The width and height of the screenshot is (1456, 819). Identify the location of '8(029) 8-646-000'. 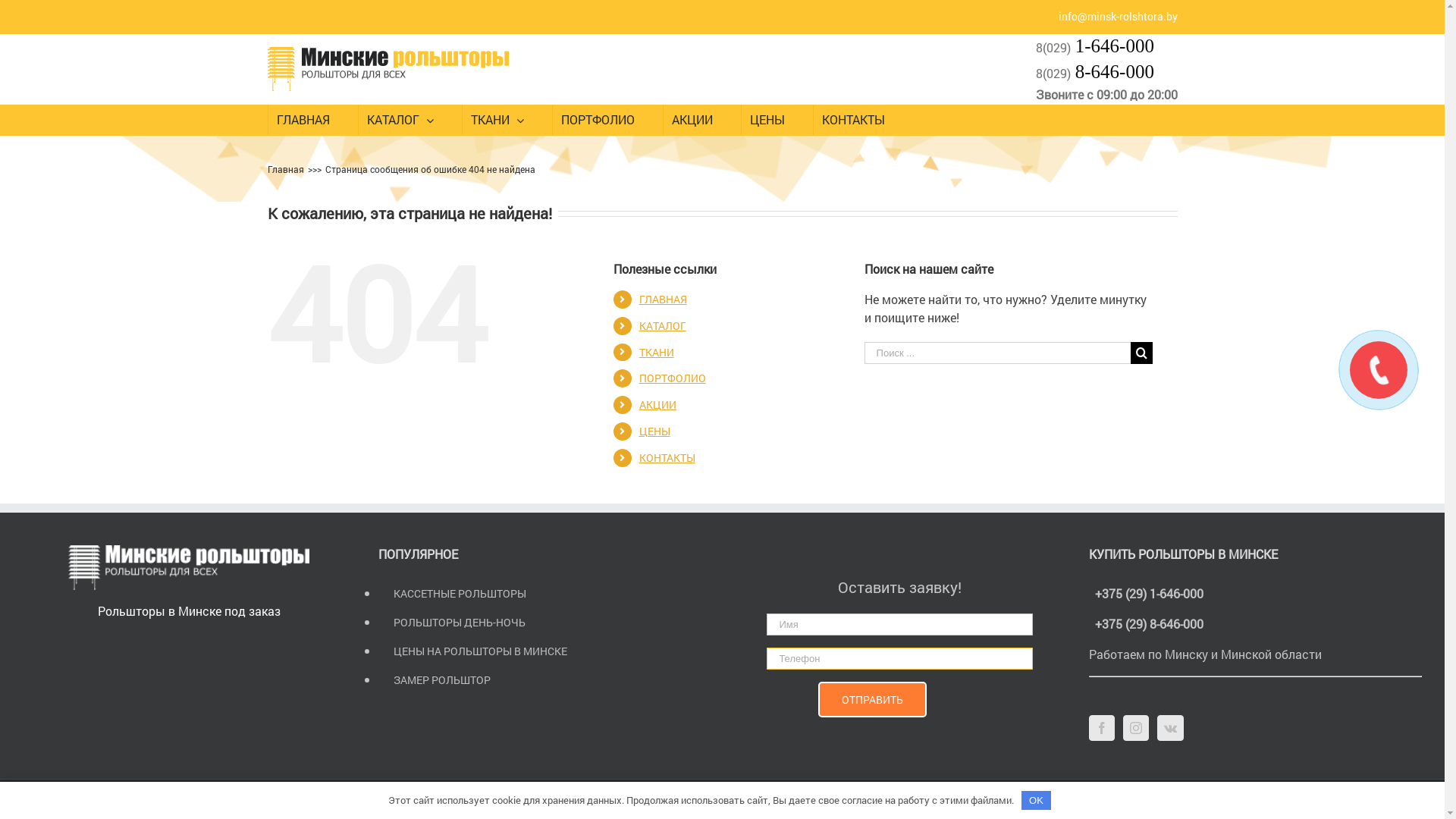
(1095, 73).